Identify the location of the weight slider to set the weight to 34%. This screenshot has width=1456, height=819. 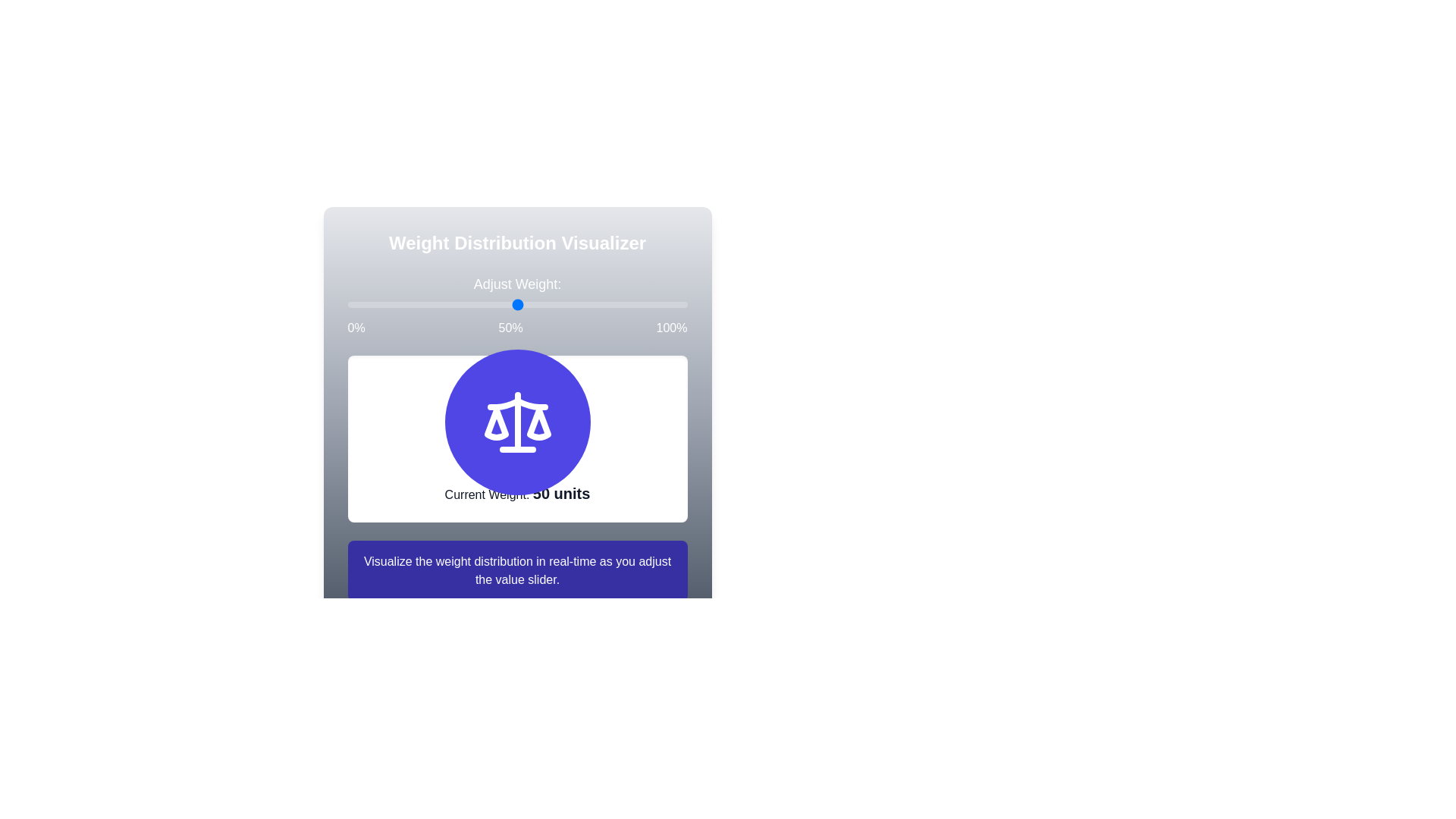
(347, 304).